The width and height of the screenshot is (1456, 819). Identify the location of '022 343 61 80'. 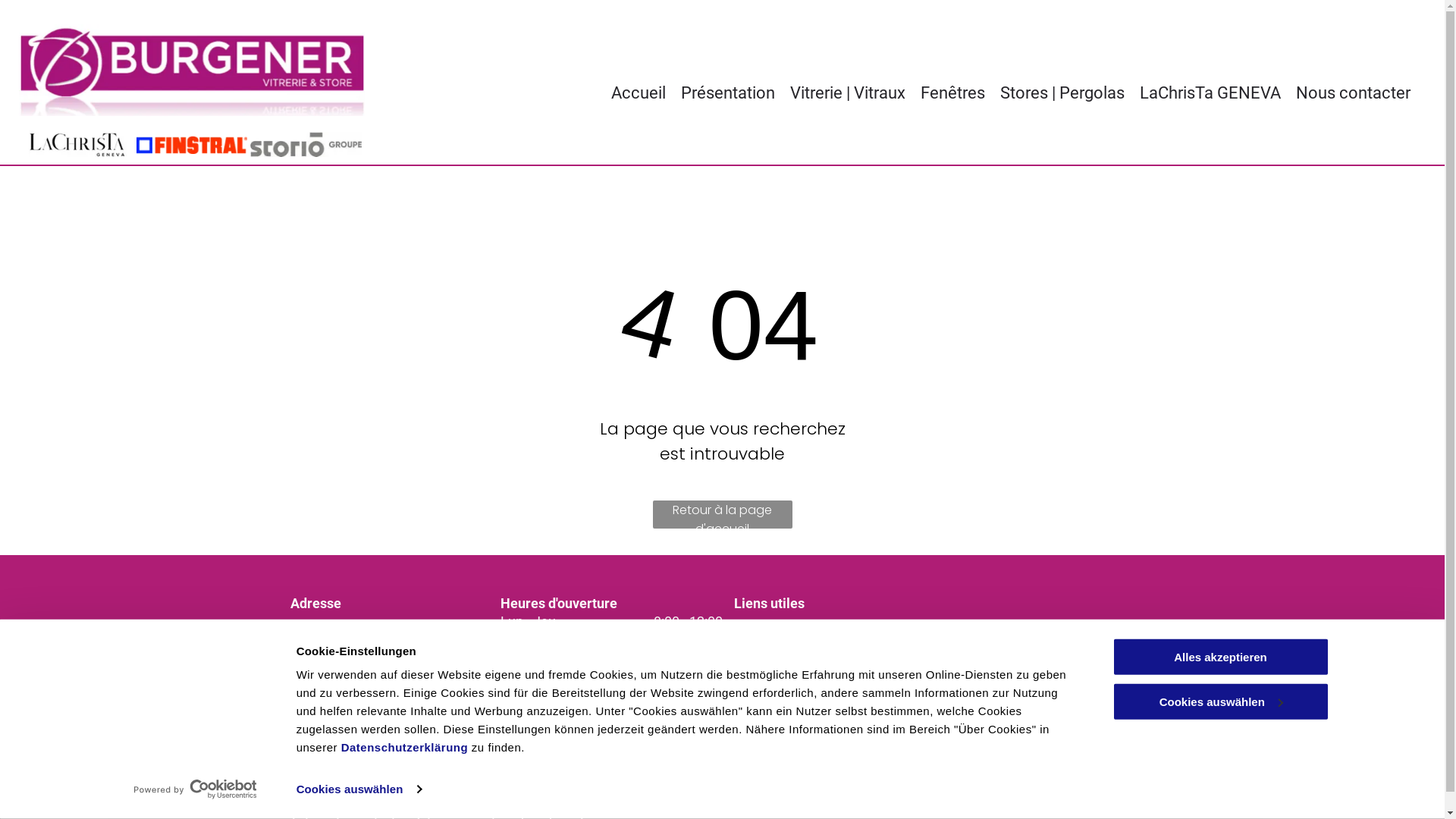
(331, 691).